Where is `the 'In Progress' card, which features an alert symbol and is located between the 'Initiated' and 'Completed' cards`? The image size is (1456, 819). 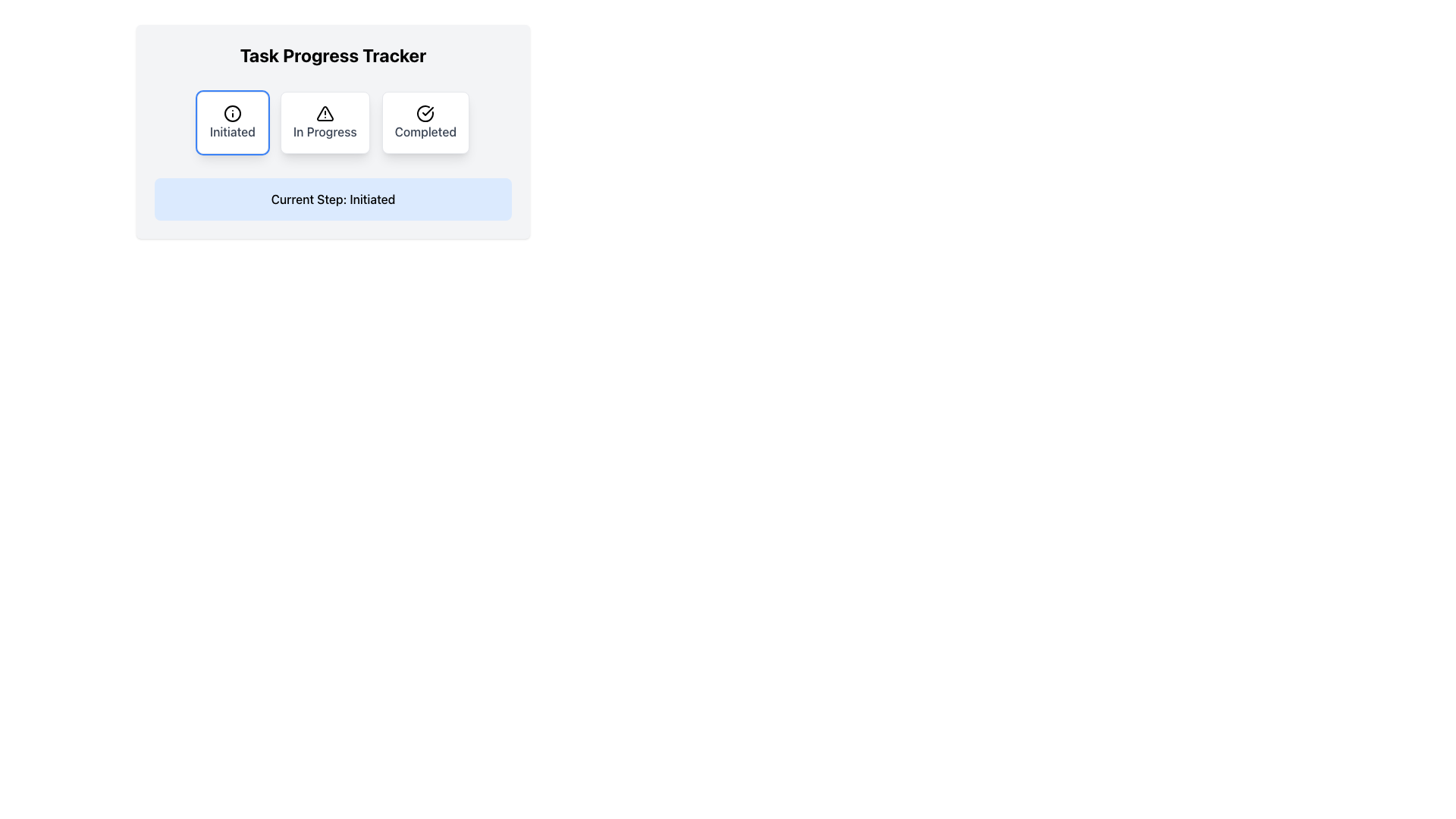
the 'In Progress' card, which features an alert symbol and is located between the 'Initiated' and 'Completed' cards is located at coordinates (332, 122).